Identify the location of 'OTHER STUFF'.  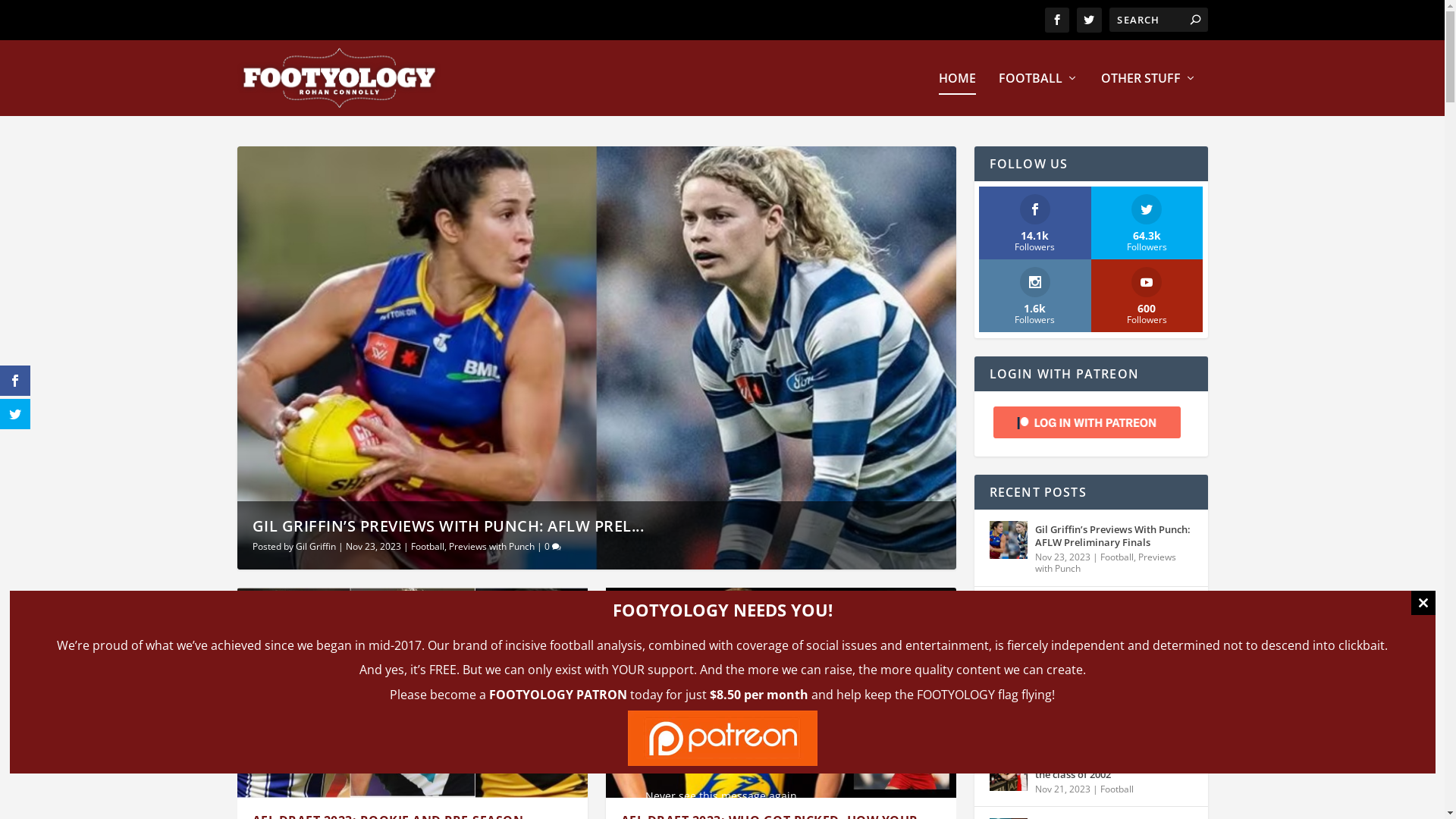
(1149, 94).